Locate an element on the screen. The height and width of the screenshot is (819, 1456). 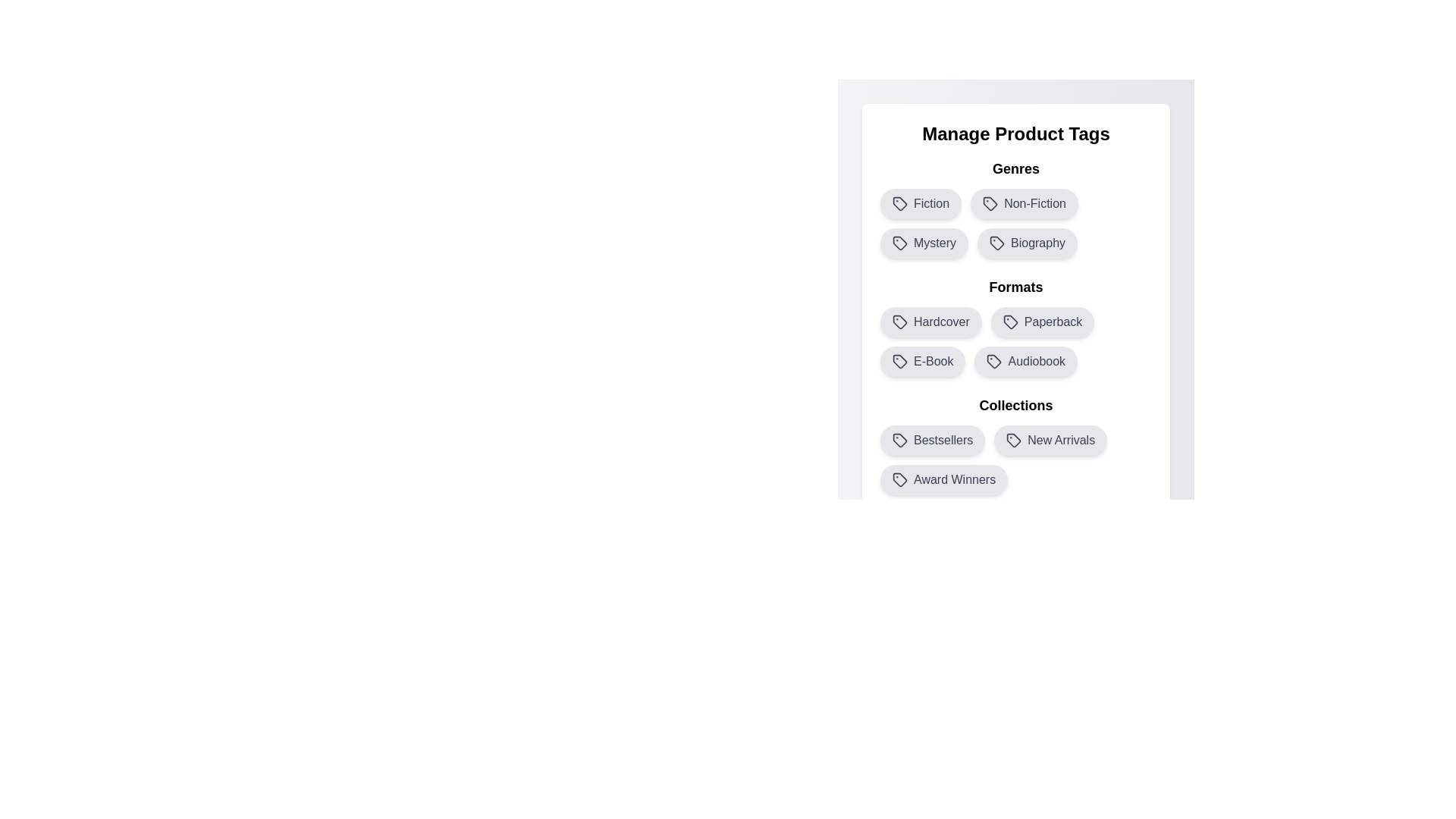
the third button in the 'Formats' section of the 'Manage Product Tags' panel is located at coordinates (922, 362).